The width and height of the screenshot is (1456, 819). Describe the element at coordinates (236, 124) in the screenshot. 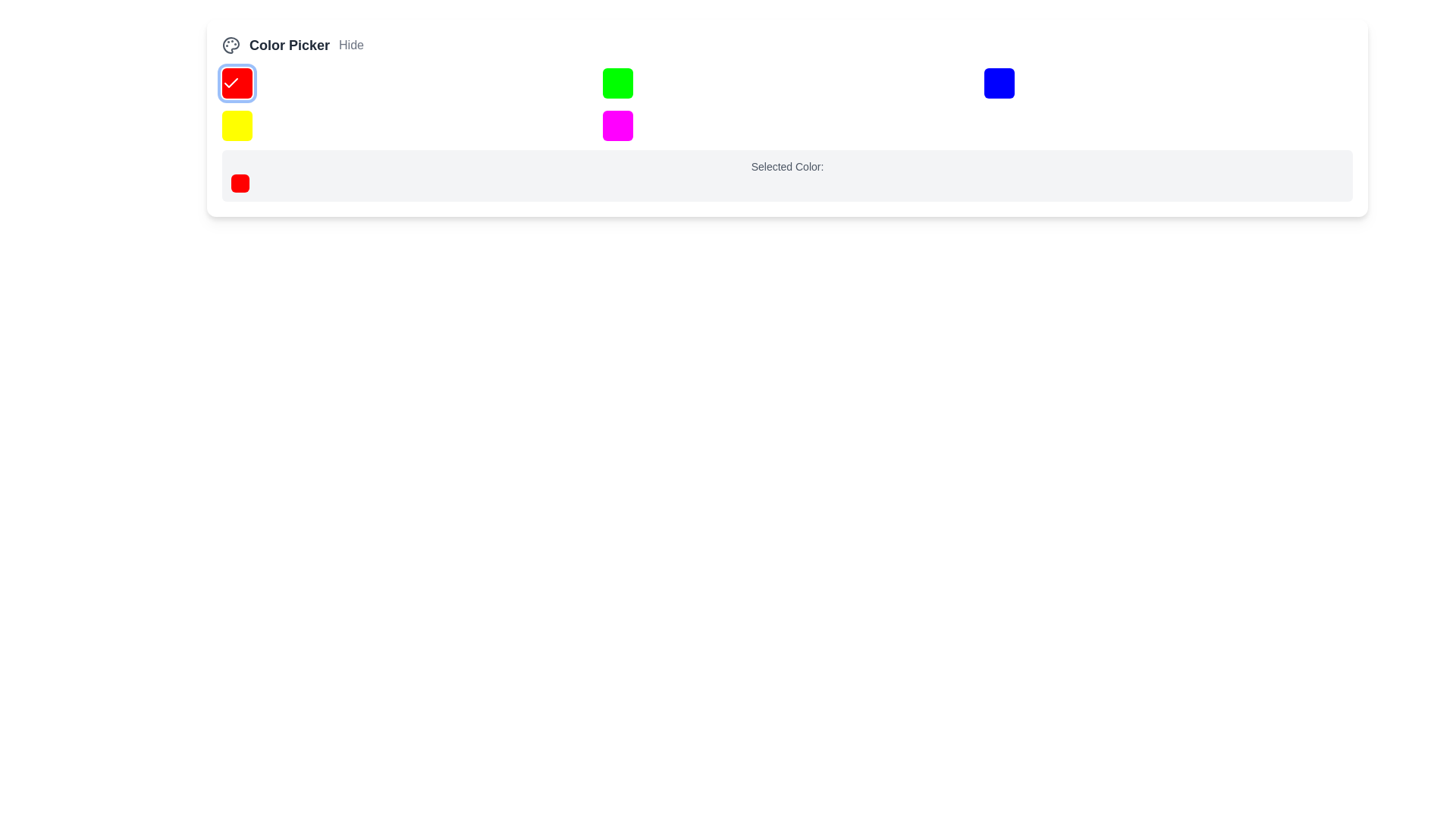

I see `the bright yellow square-shaped color selection box with rounded corners in the grid layout` at that location.